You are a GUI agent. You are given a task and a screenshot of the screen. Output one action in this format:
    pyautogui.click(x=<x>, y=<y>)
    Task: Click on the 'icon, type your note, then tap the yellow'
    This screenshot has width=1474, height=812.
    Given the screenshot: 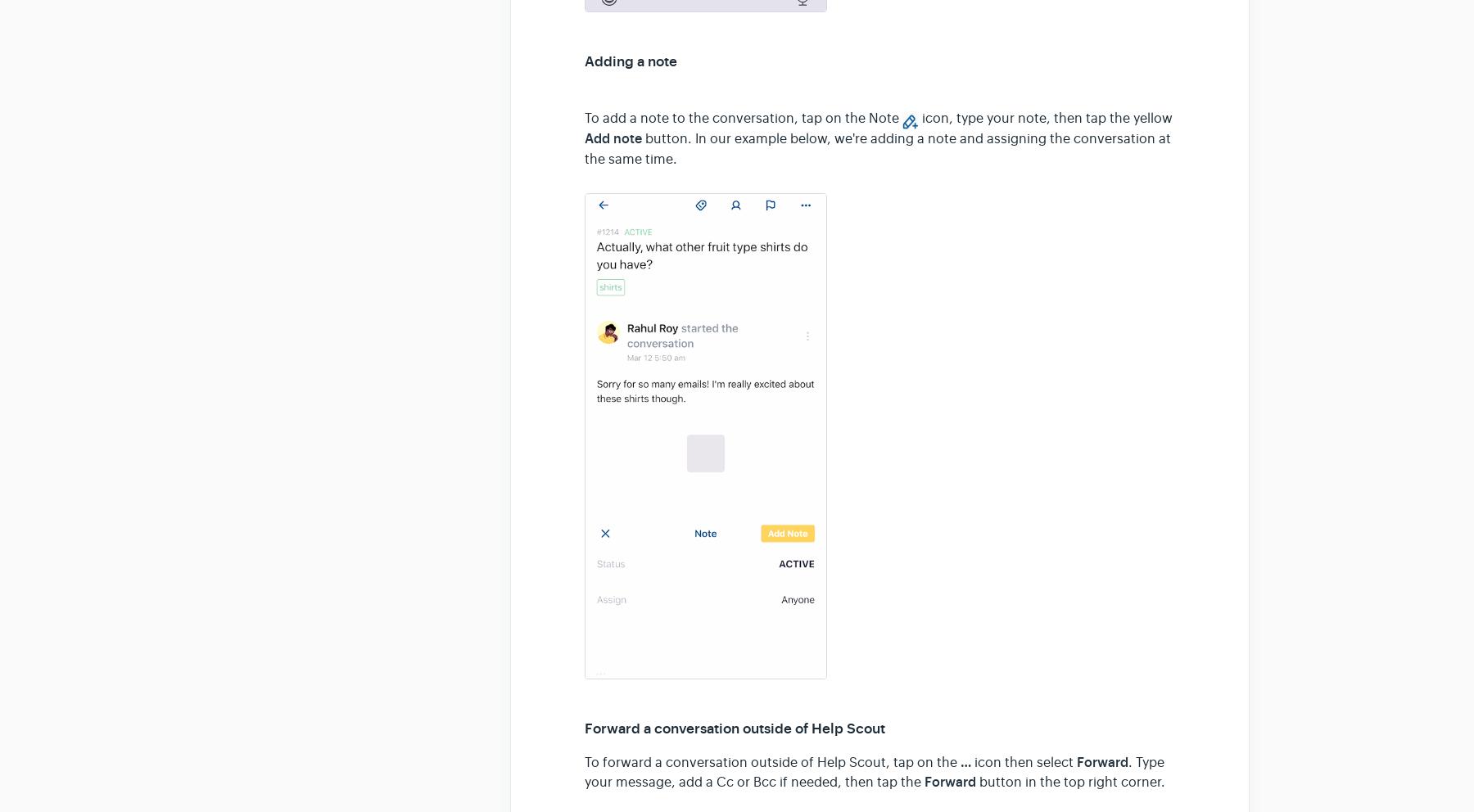 What is the action you would take?
    pyautogui.click(x=1045, y=119)
    